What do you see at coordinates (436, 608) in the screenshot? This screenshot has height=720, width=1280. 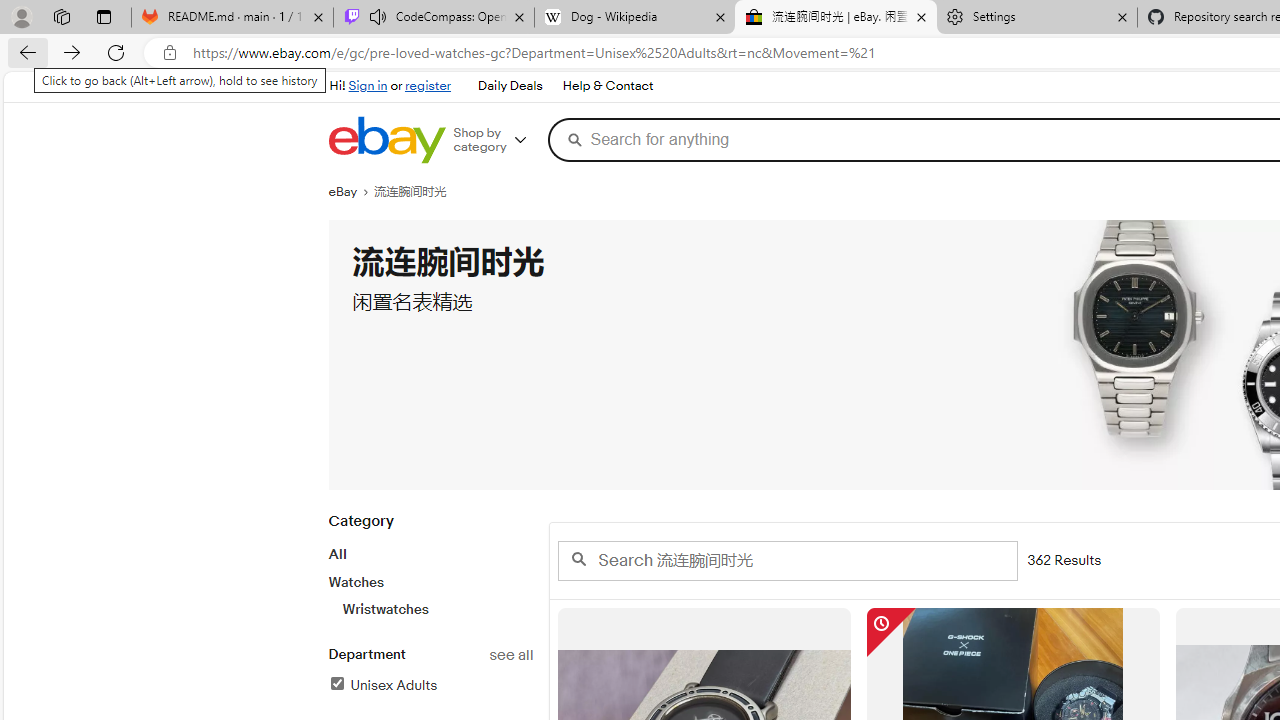 I see `'Wristwatches'` at bounding box center [436, 608].